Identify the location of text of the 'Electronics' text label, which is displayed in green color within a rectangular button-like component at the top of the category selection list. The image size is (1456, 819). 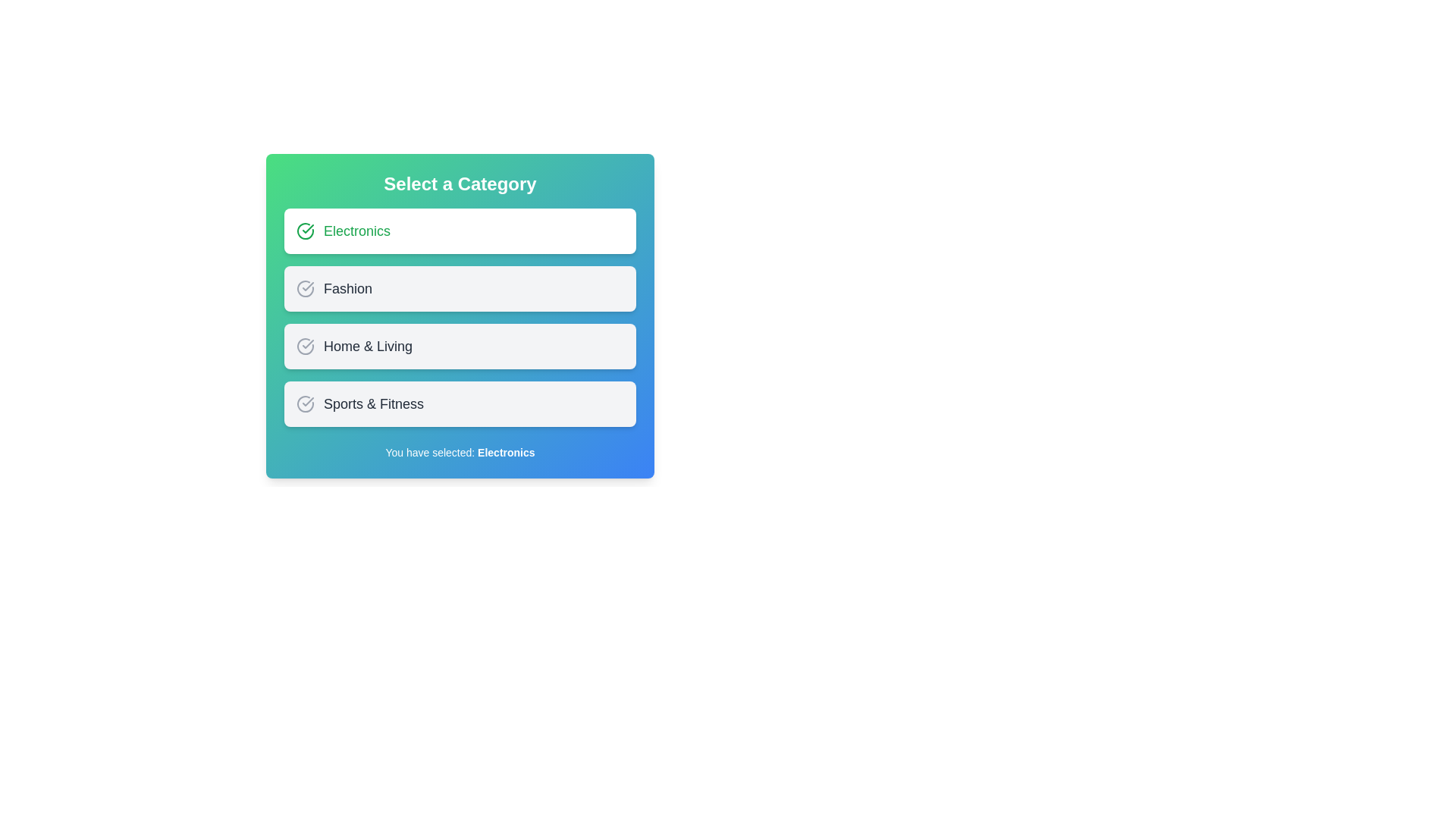
(356, 231).